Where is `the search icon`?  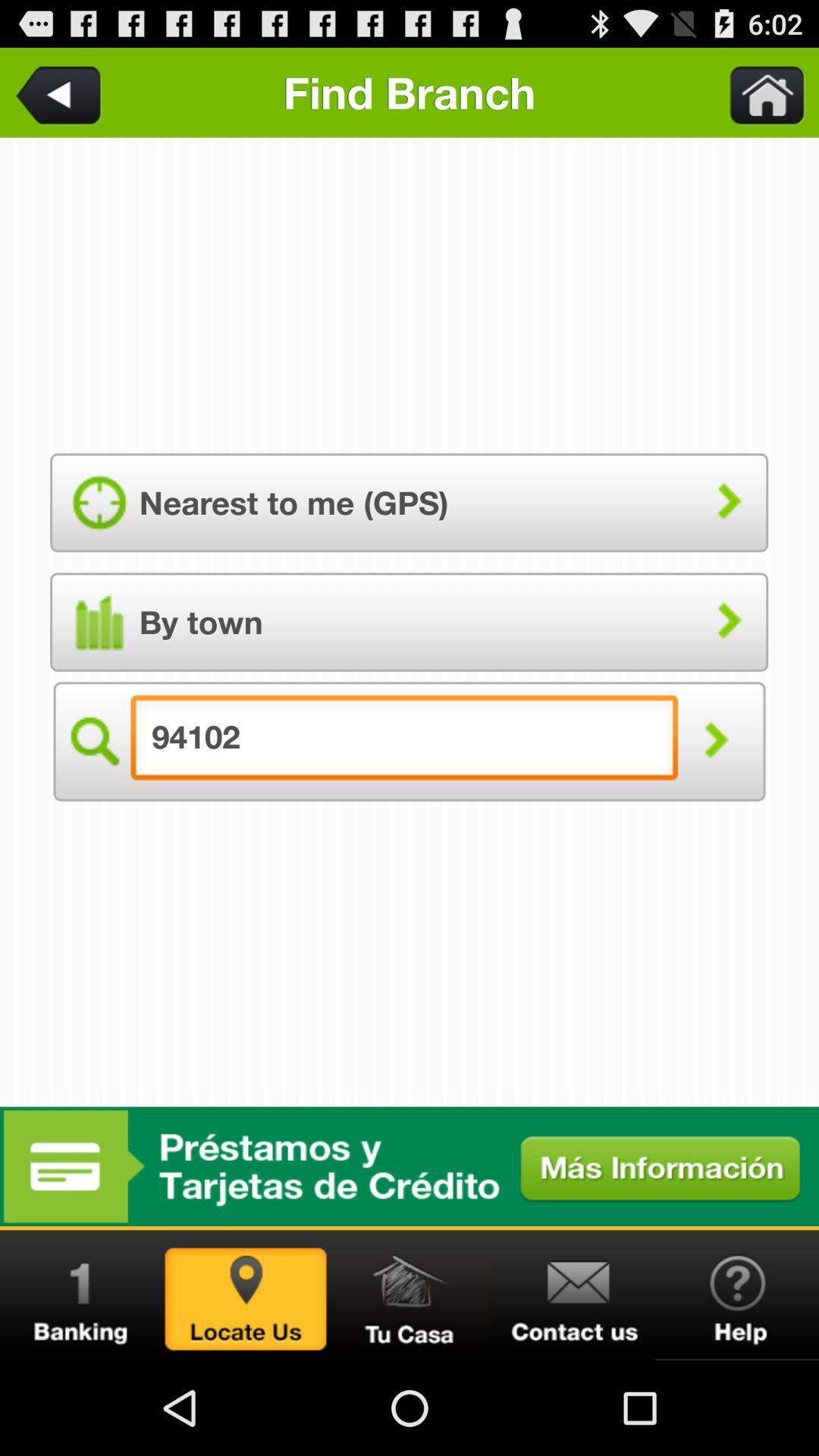
the search icon is located at coordinates (93, 741).